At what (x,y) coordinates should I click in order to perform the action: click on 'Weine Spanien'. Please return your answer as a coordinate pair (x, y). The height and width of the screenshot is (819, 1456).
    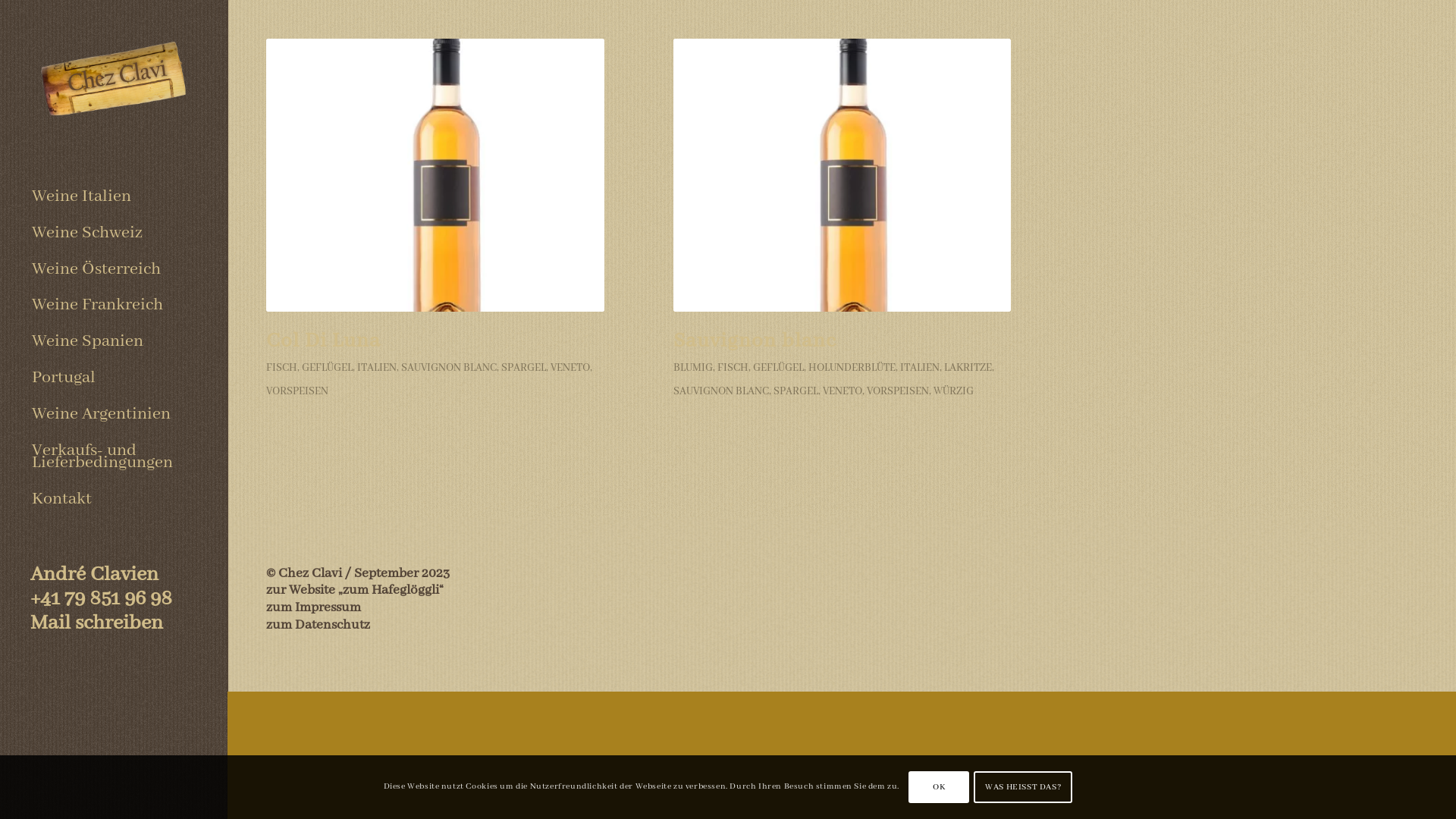
    Looking at the image, I should click on (112, 342).